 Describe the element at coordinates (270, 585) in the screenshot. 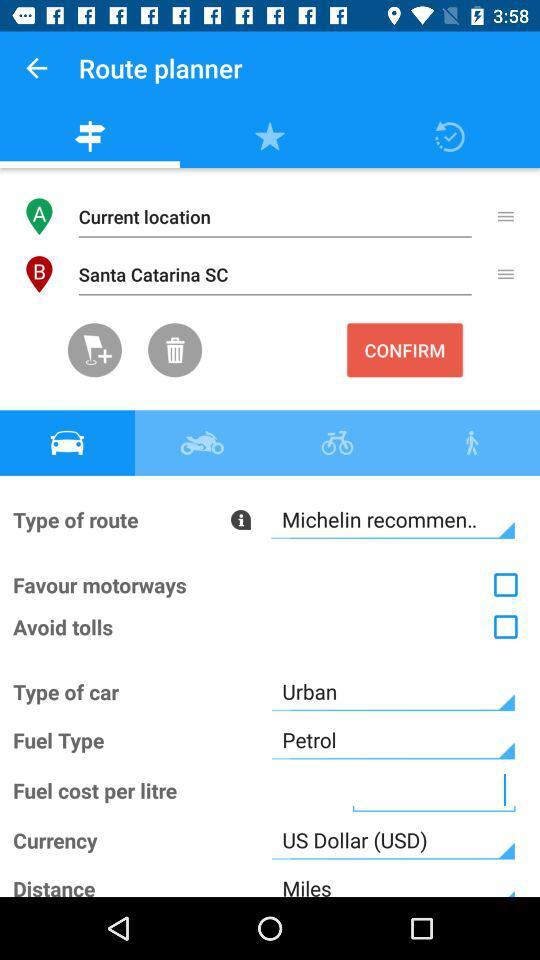

I see `second option below the car icon` at that location.